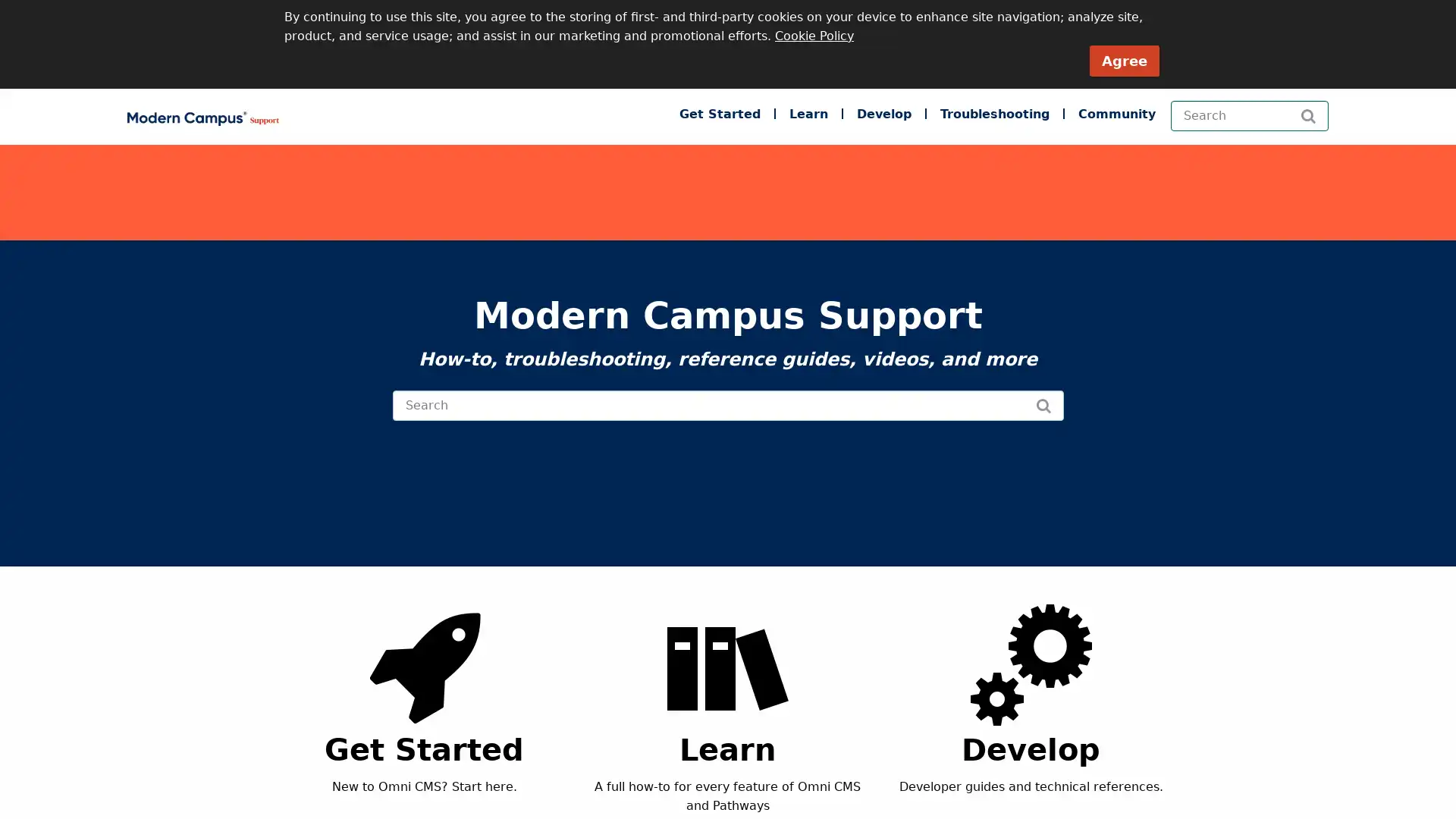  I want to click on Search, so click(1307, 114).